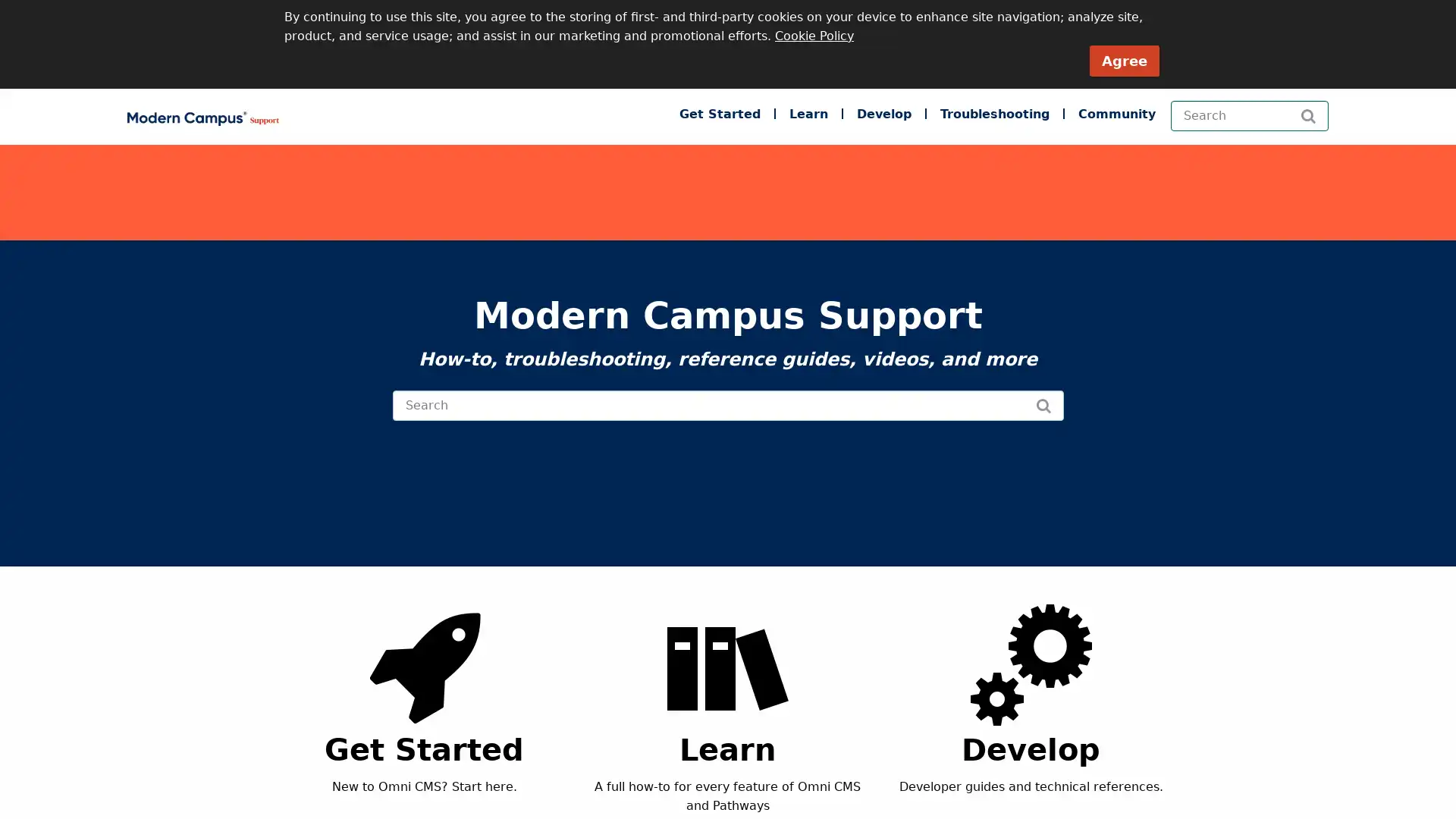  I want to click on Search, so click(1307, 114).